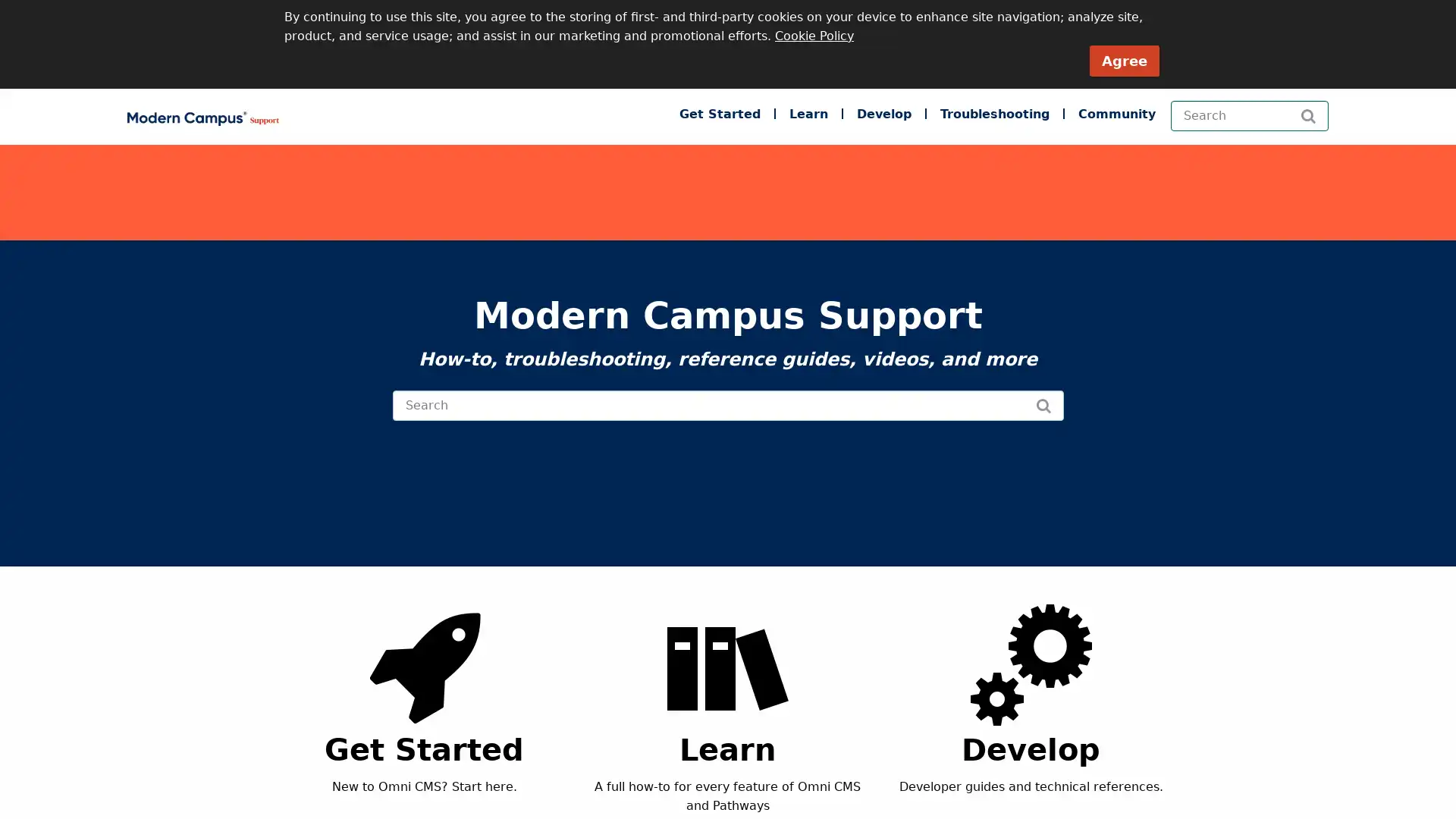  I want to click on Search, so click(1307, 114).